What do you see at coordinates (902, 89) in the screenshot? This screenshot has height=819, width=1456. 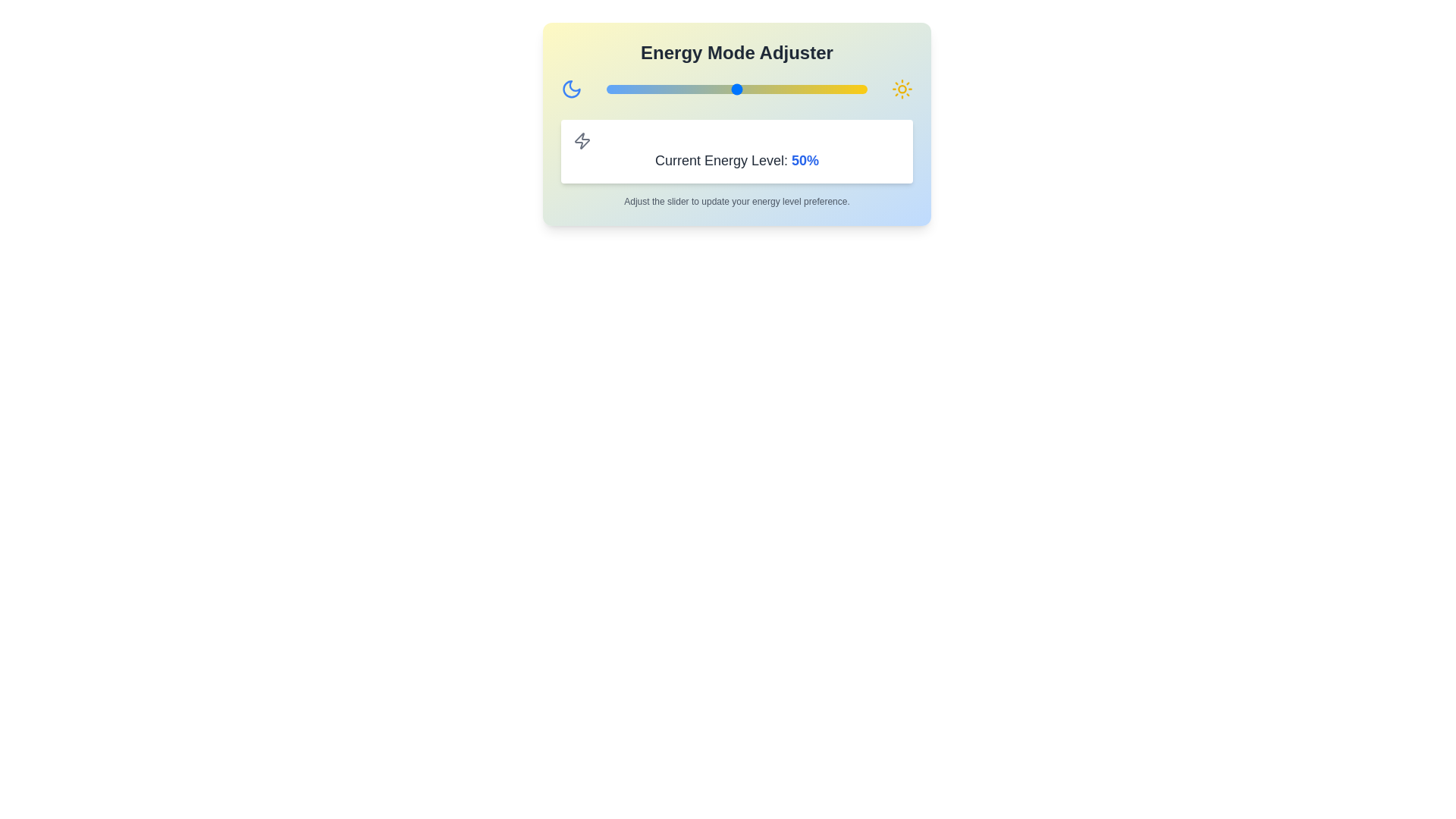 I see `the Sun icon to interact with it` at bounding box center [902, 89].